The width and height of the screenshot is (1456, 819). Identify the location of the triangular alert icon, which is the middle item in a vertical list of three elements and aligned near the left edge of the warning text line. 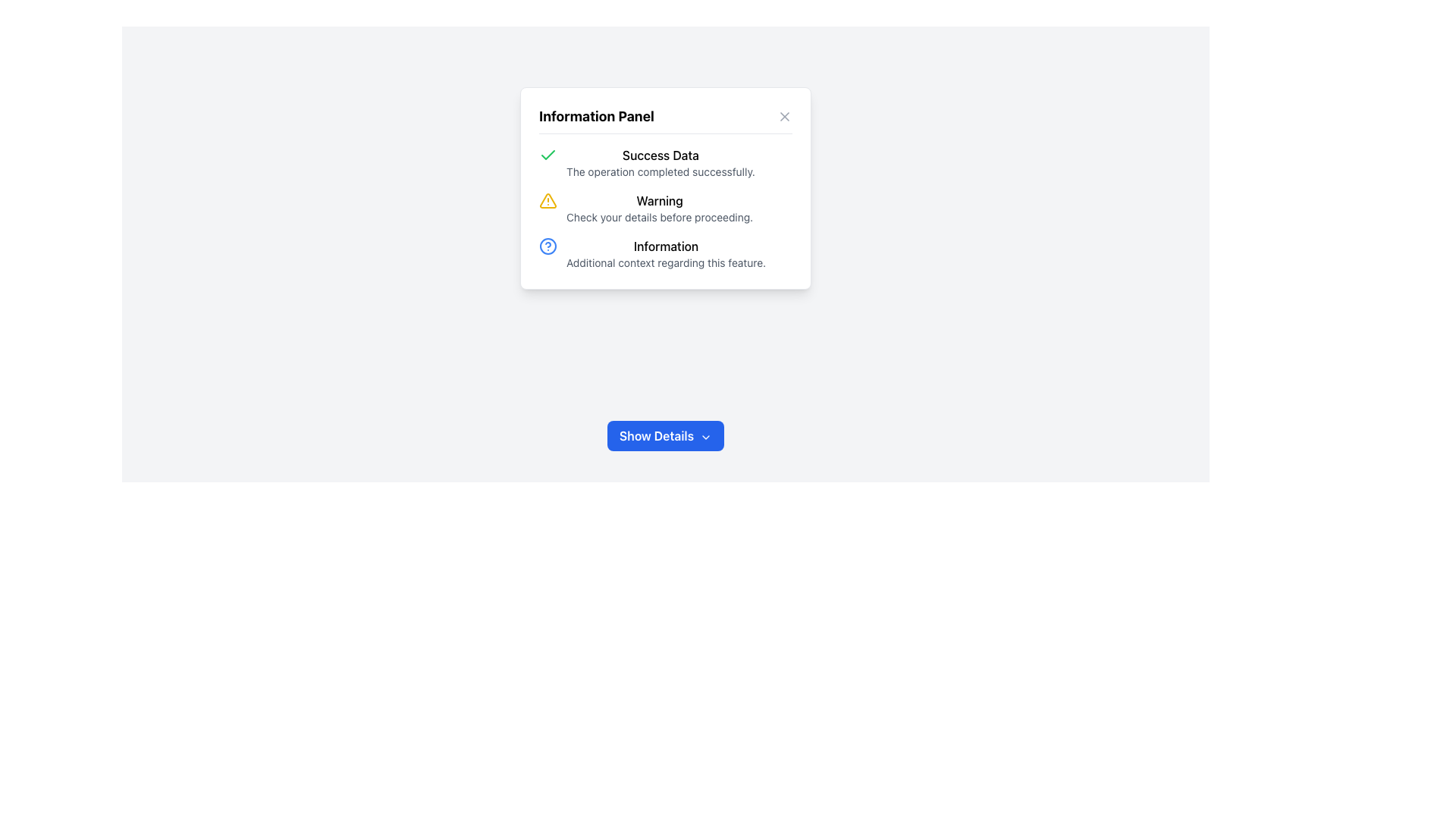
(548, 200).